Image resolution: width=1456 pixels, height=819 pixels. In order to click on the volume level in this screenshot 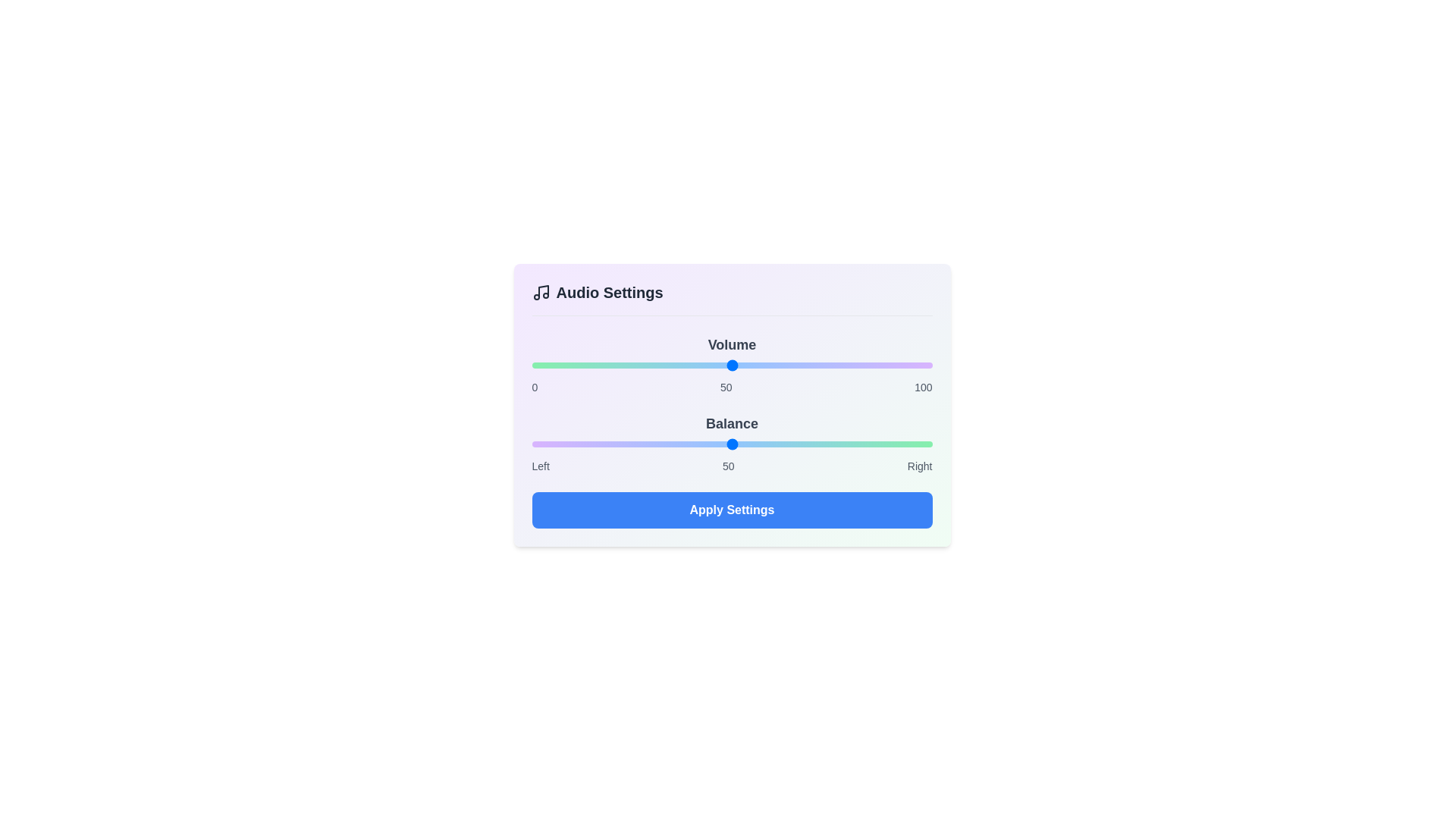, I will do `click(603, 366)`.